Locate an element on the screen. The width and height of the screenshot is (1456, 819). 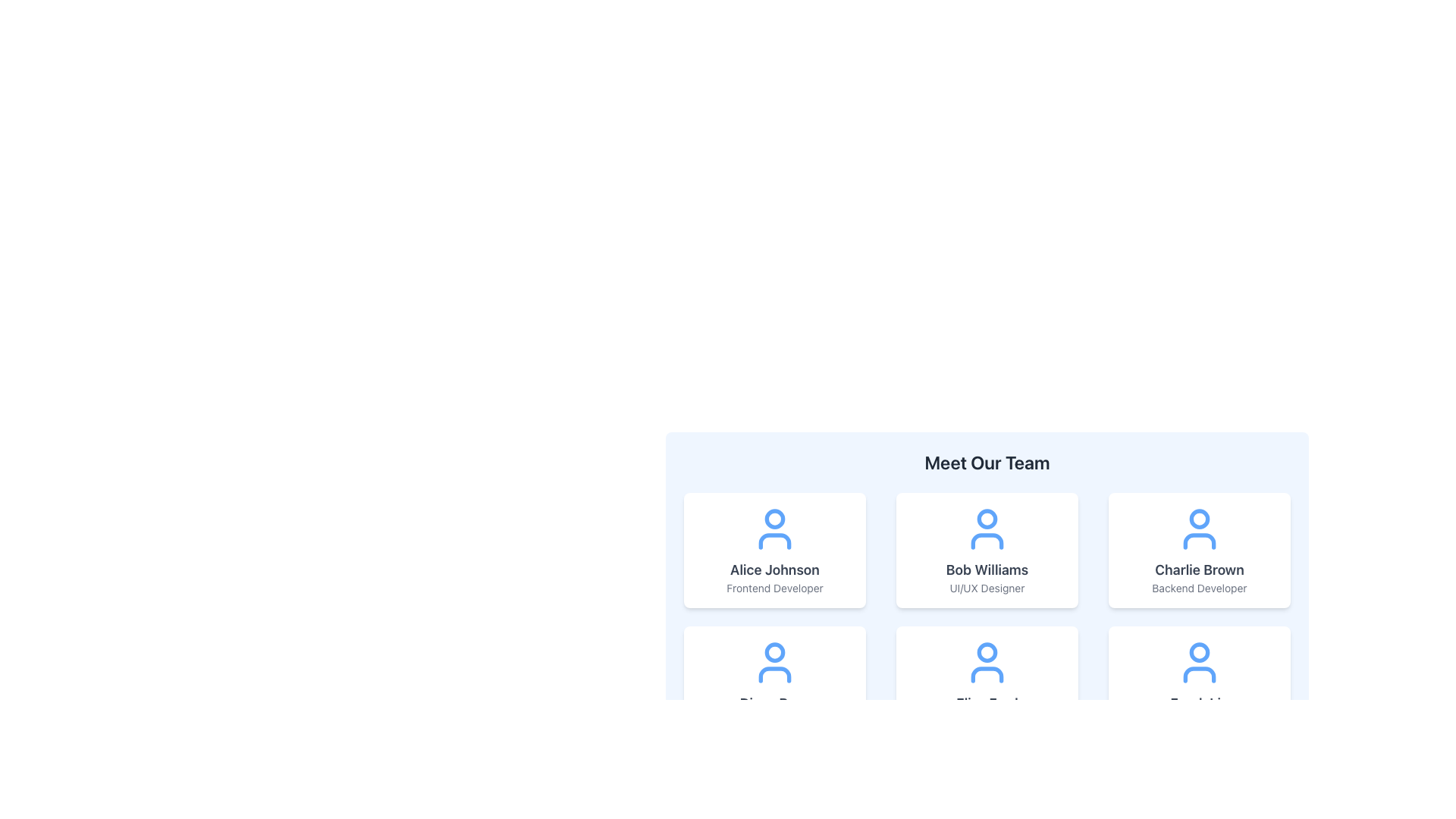
the blue circular SVG element that represents the head of the user profile icon located in the second row, first column of the grid layout under the title 'Meet Our Team' is located at coordinates (775, 651).